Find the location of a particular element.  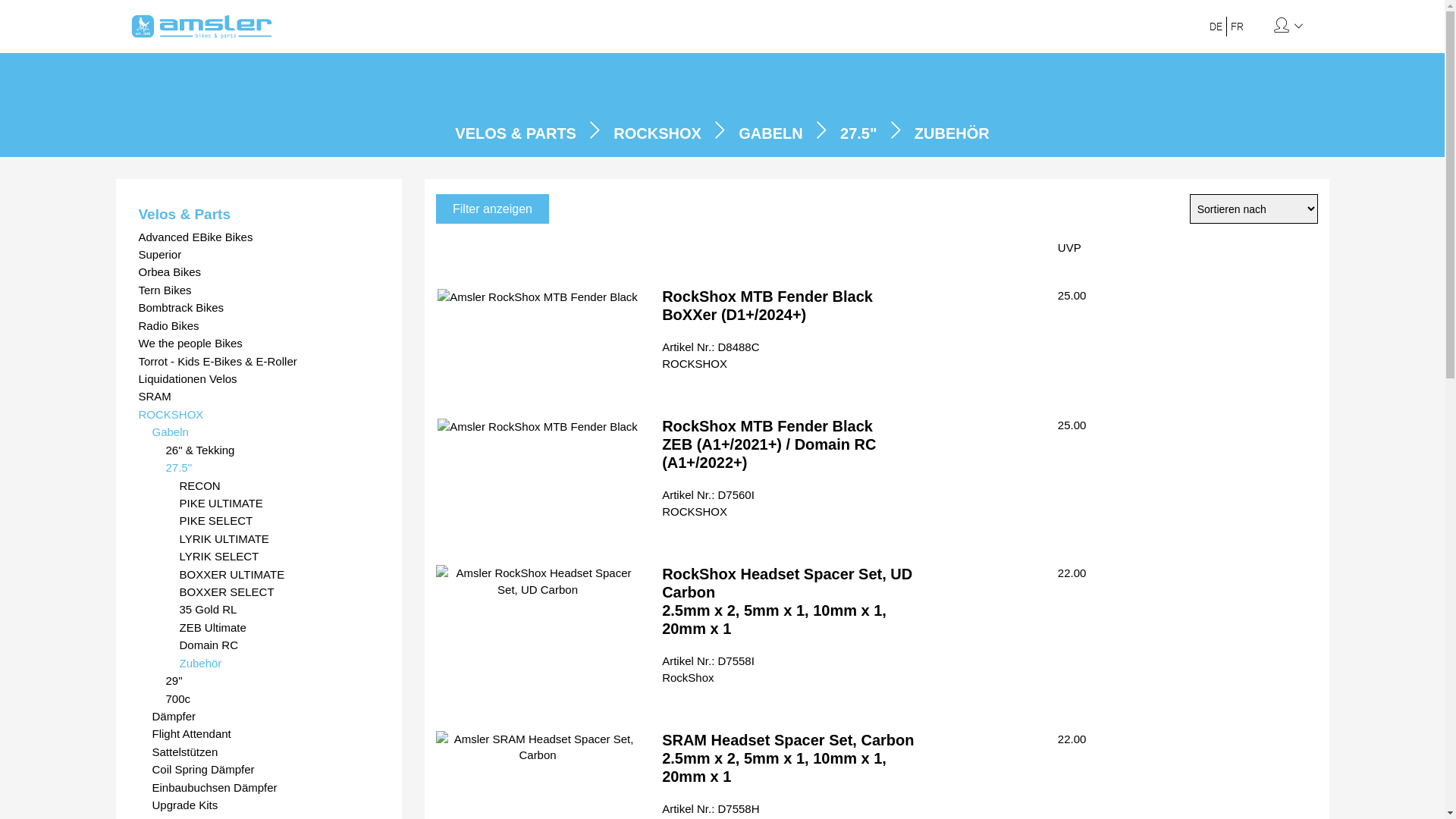

'35 Gold RL' is located at coordinates (178, 608).